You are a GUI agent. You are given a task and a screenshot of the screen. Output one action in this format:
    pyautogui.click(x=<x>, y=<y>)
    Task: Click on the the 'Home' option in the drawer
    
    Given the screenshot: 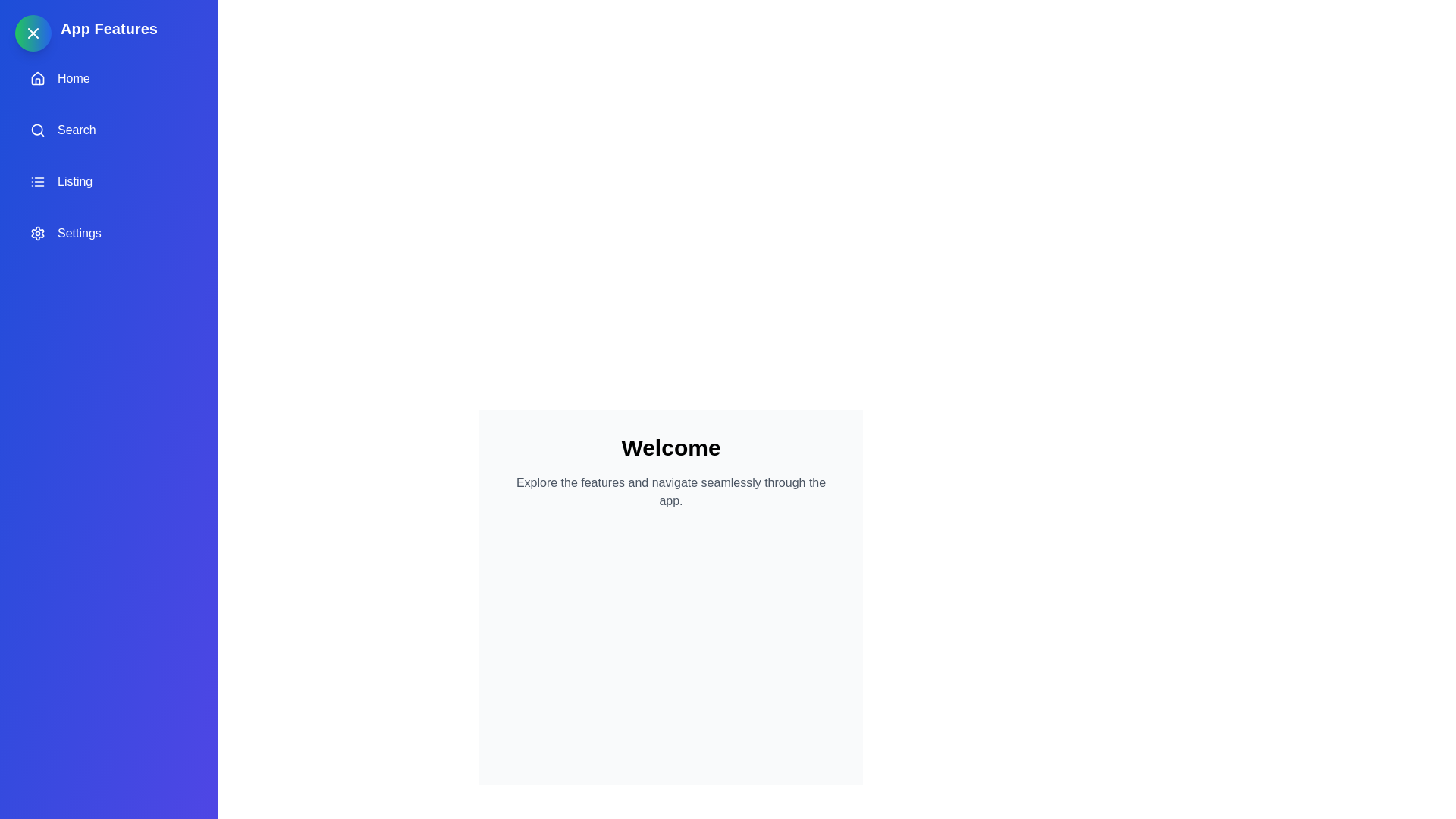 What is the action you would take?
    pyautogui.click(x=108, y=79)
    